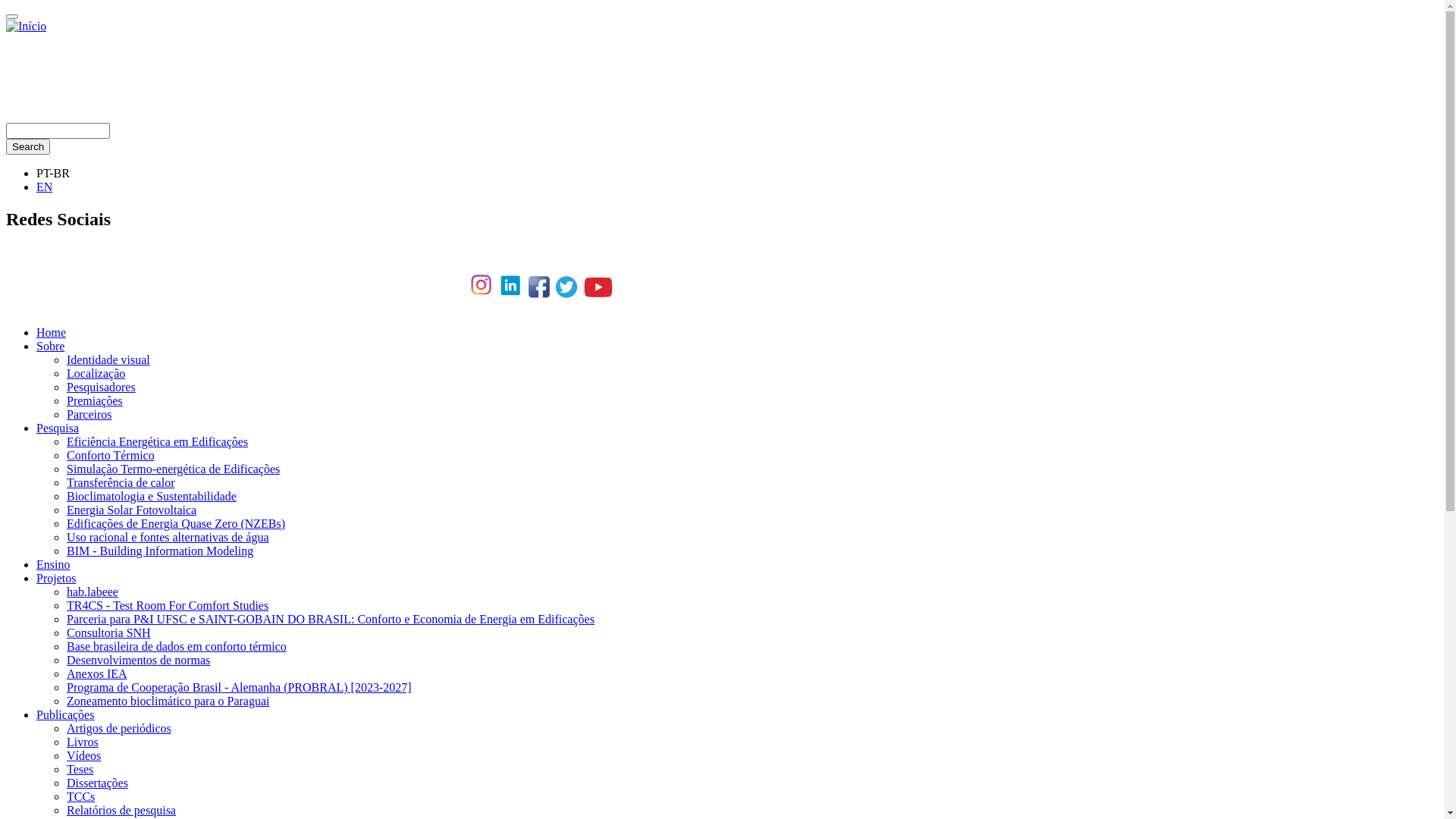  I want to click on 'Ensino', so click(53, 564).